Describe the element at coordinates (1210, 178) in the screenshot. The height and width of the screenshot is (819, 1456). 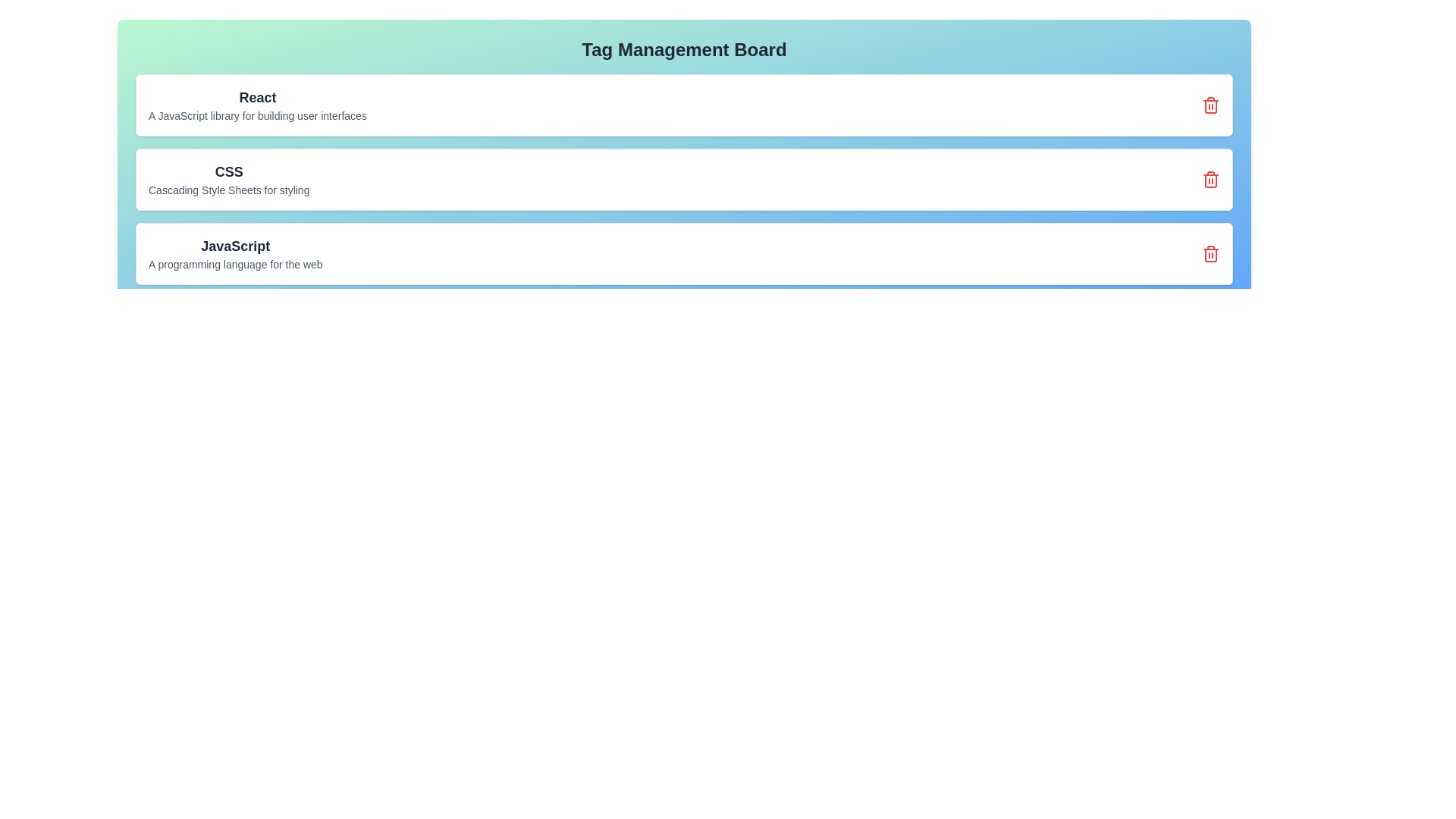
I see `delete button corresponding to the tag CSS to remove it` at that location.